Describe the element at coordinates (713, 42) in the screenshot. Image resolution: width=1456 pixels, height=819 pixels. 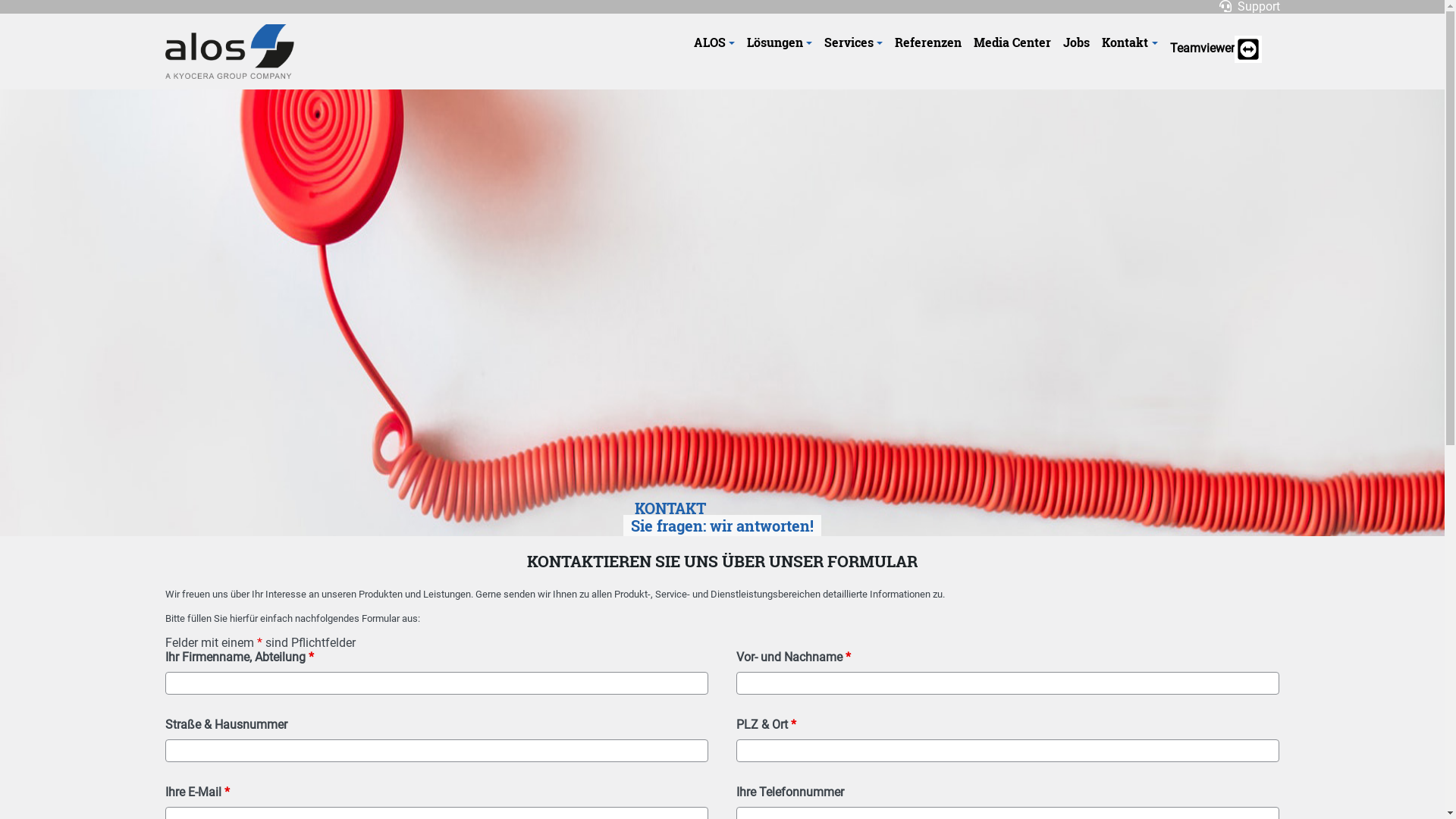
I see `'ALOS'` at that location.